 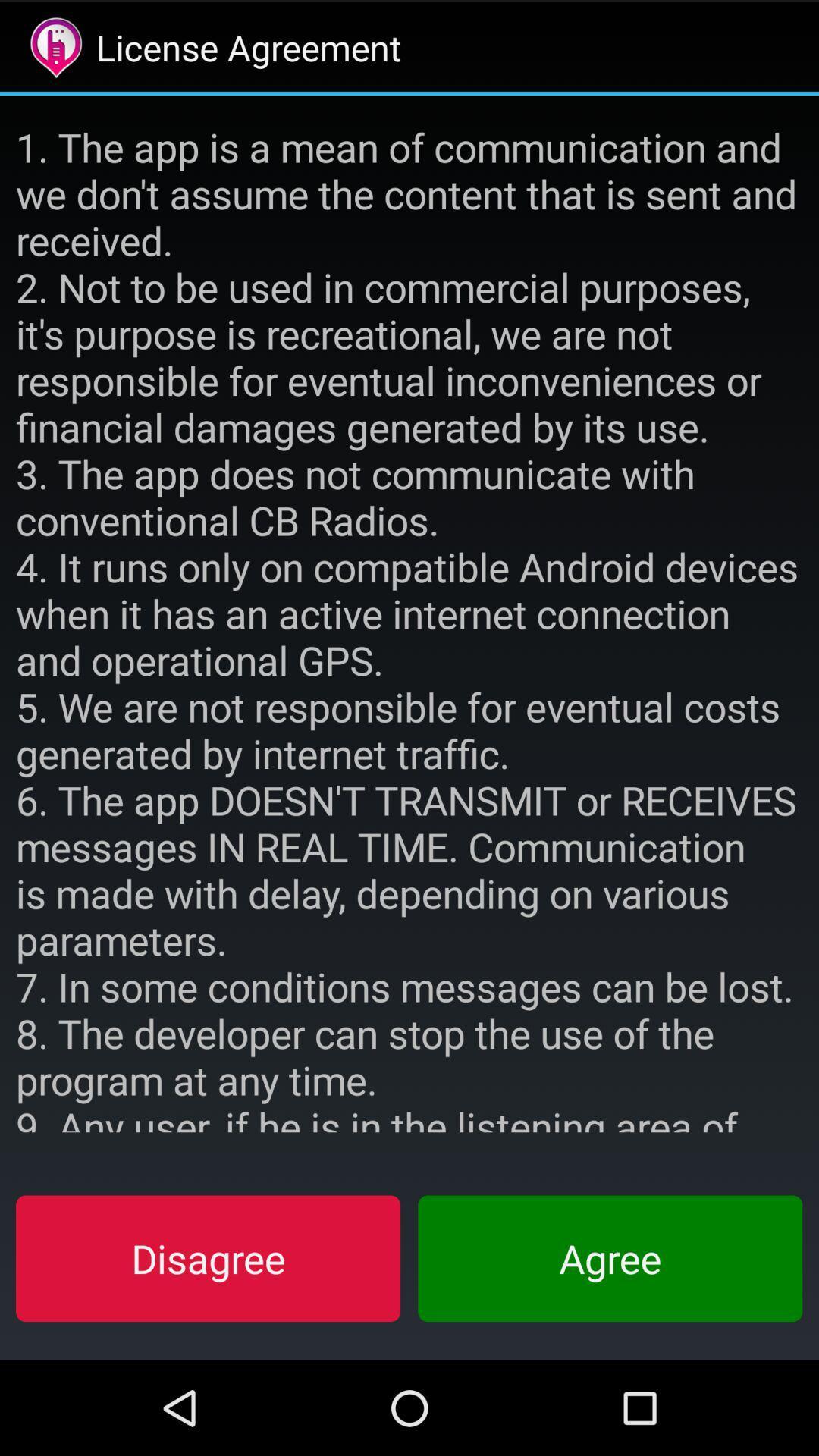 What do you see at coordinates (609, 1258) in the screenshot?
I see `the icon below 1 the app` at bounding box center [609, 1258].